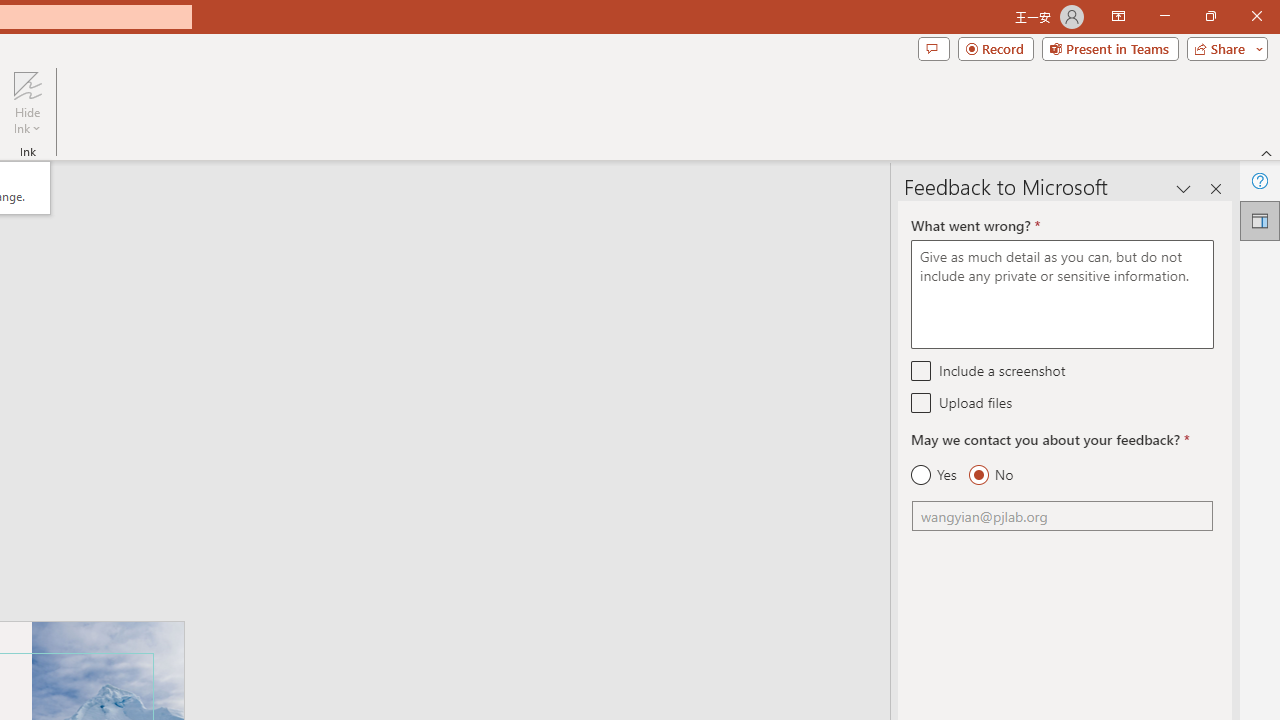 The height and width of the screenshot is (720, 1280). What do you see at coordinates (1061, 515) in the screenshot?
I see `'Email'` at bounding box center [1061, 515].